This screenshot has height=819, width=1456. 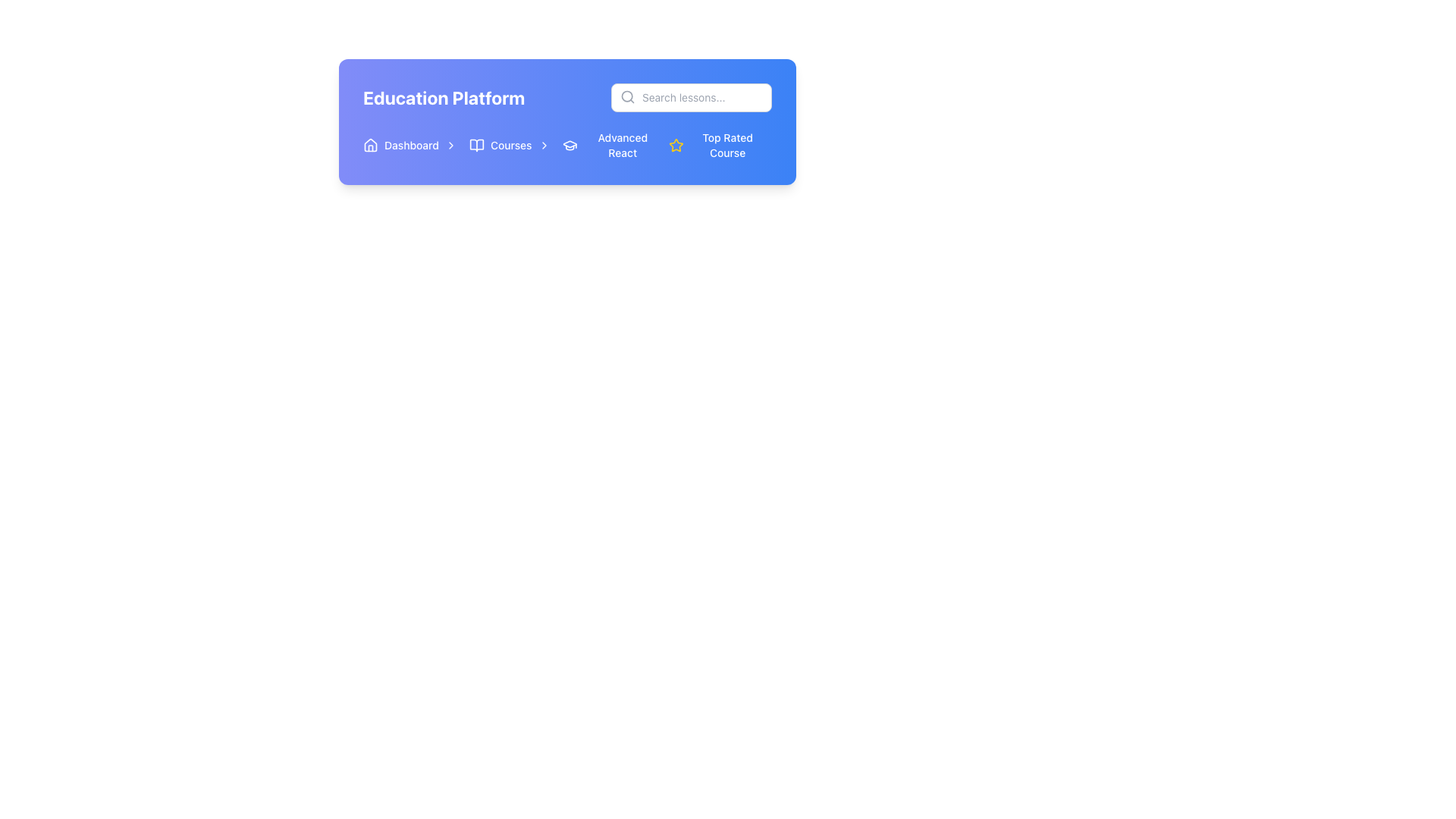 What do you see at coordinates (691, 97) in the screenshot?
I see `the search input field located in the top-right corner of the header bar, adjacent to 'Education Platform'` at bounding box center [691, 97].